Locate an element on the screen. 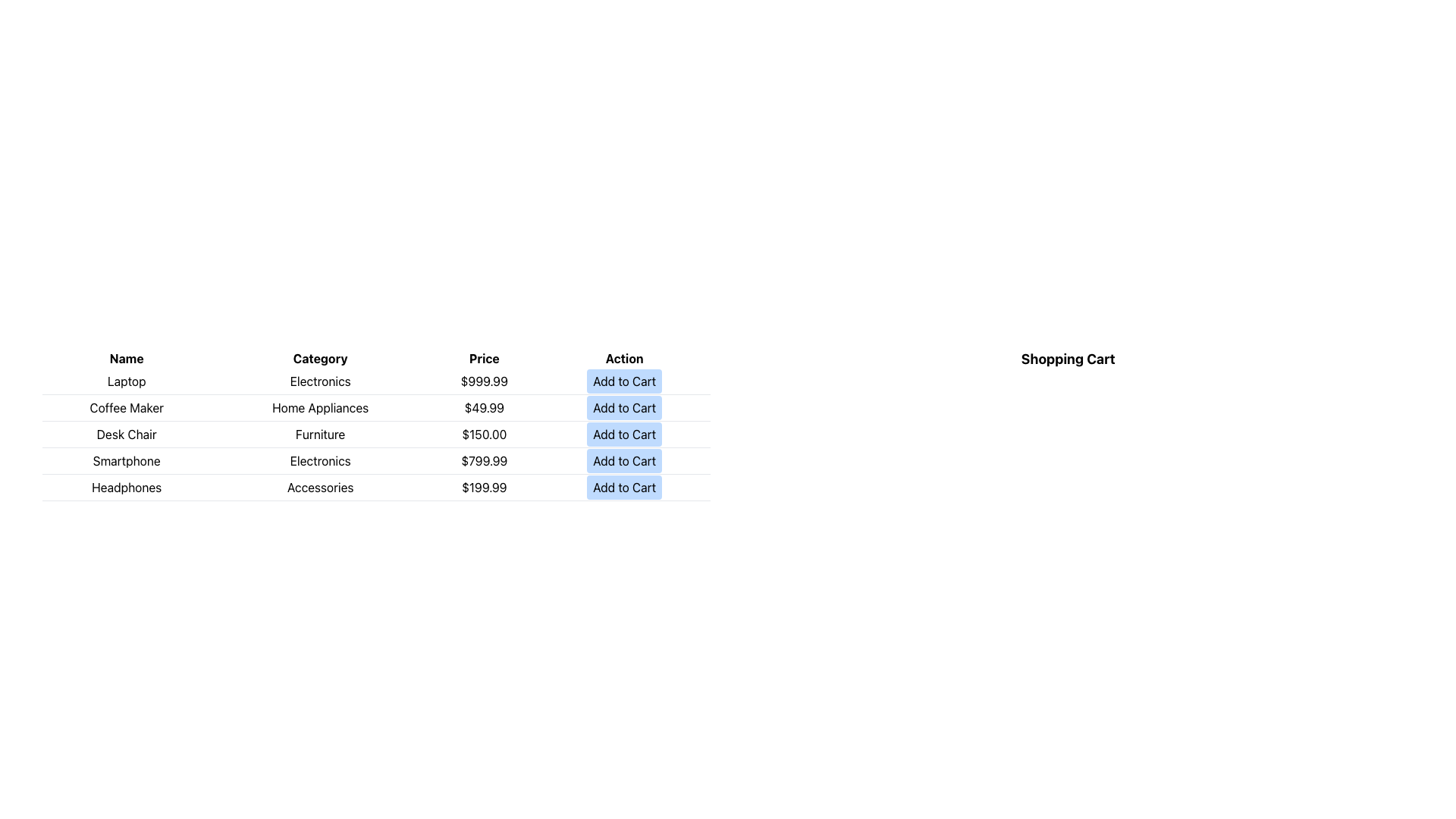  the fourth 'Add to Cart' button associated with the product 'Smartphone' is located at coordinates (624, 460).